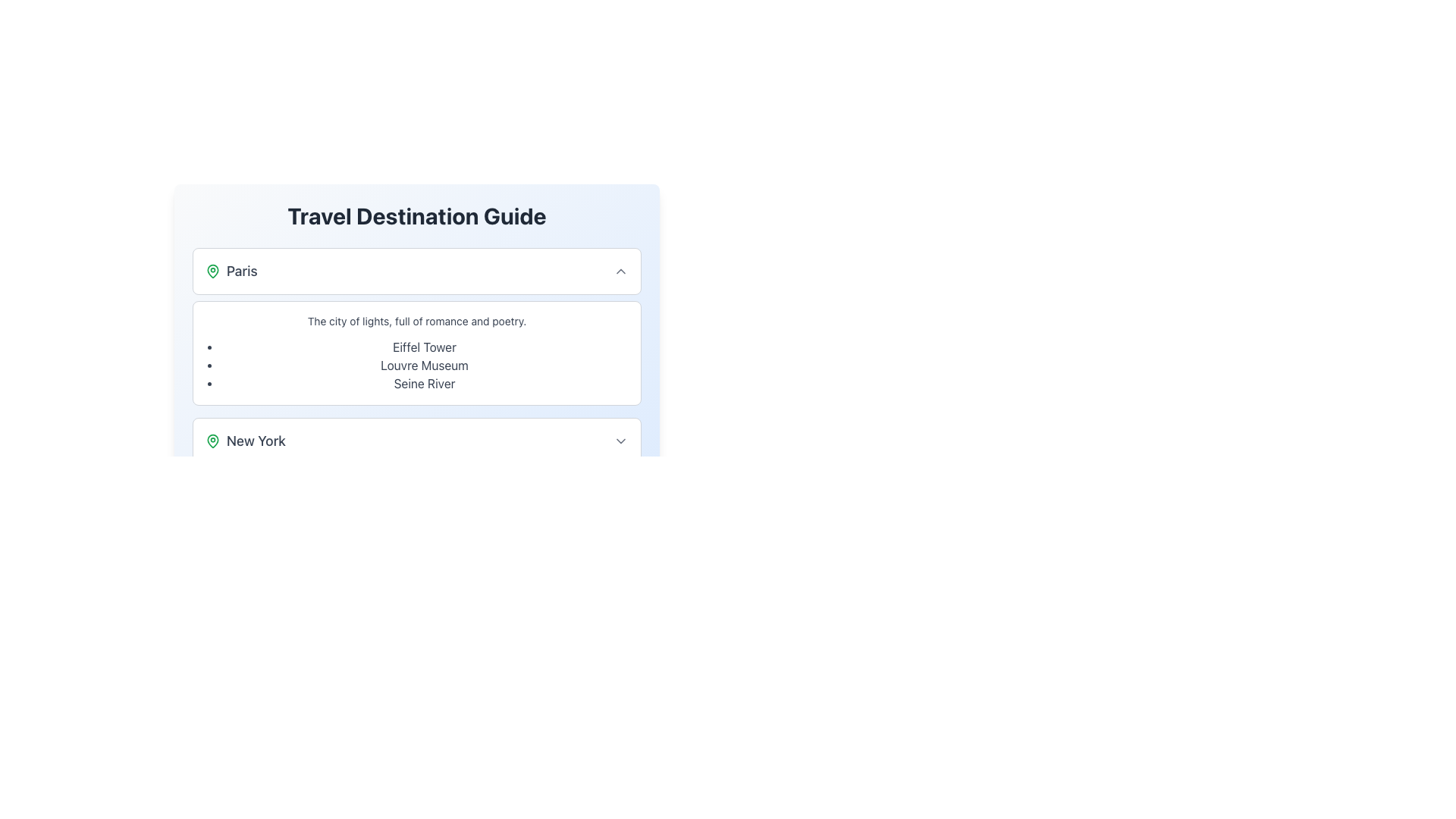 The image size is (1456, 819). I want to click on text content of the first item in the bulleted list under the subtitle 'The city of lights, full of romance and poetry' in the 'Paris' section of the 'Travel Destination Guide', so click(425, 347).